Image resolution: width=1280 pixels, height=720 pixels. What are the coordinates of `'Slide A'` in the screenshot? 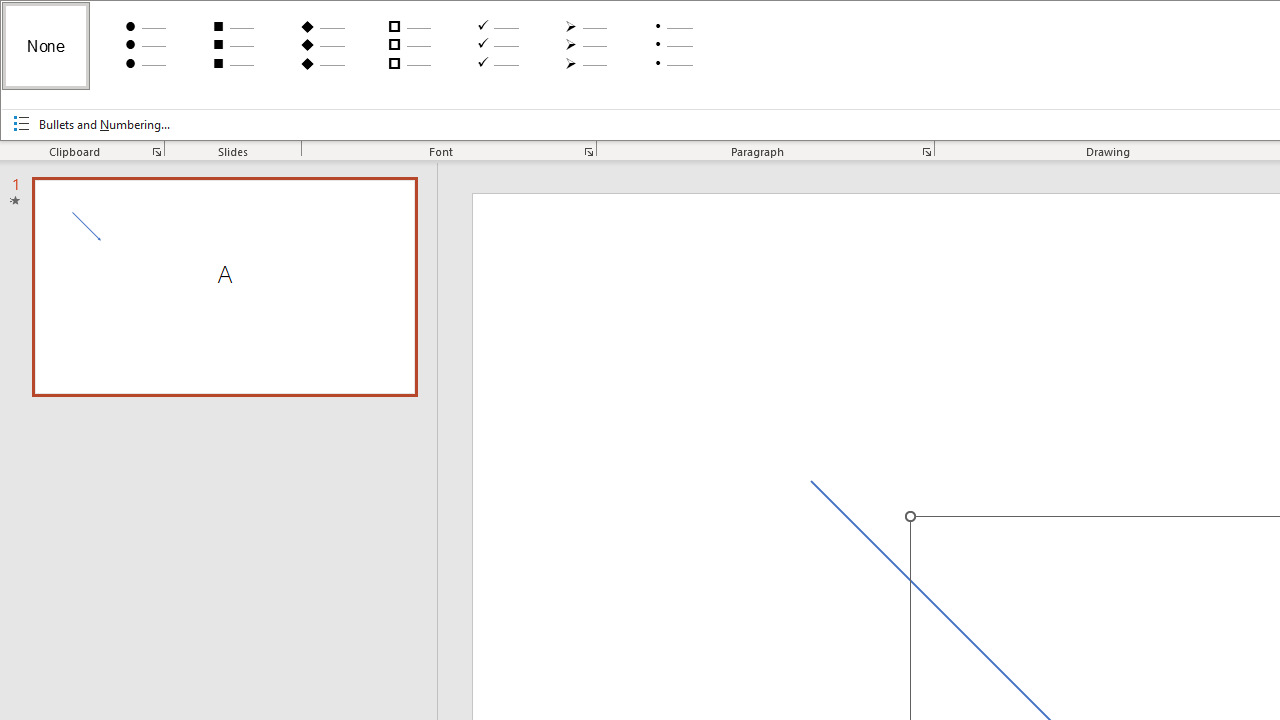 It's located at (224, 286).